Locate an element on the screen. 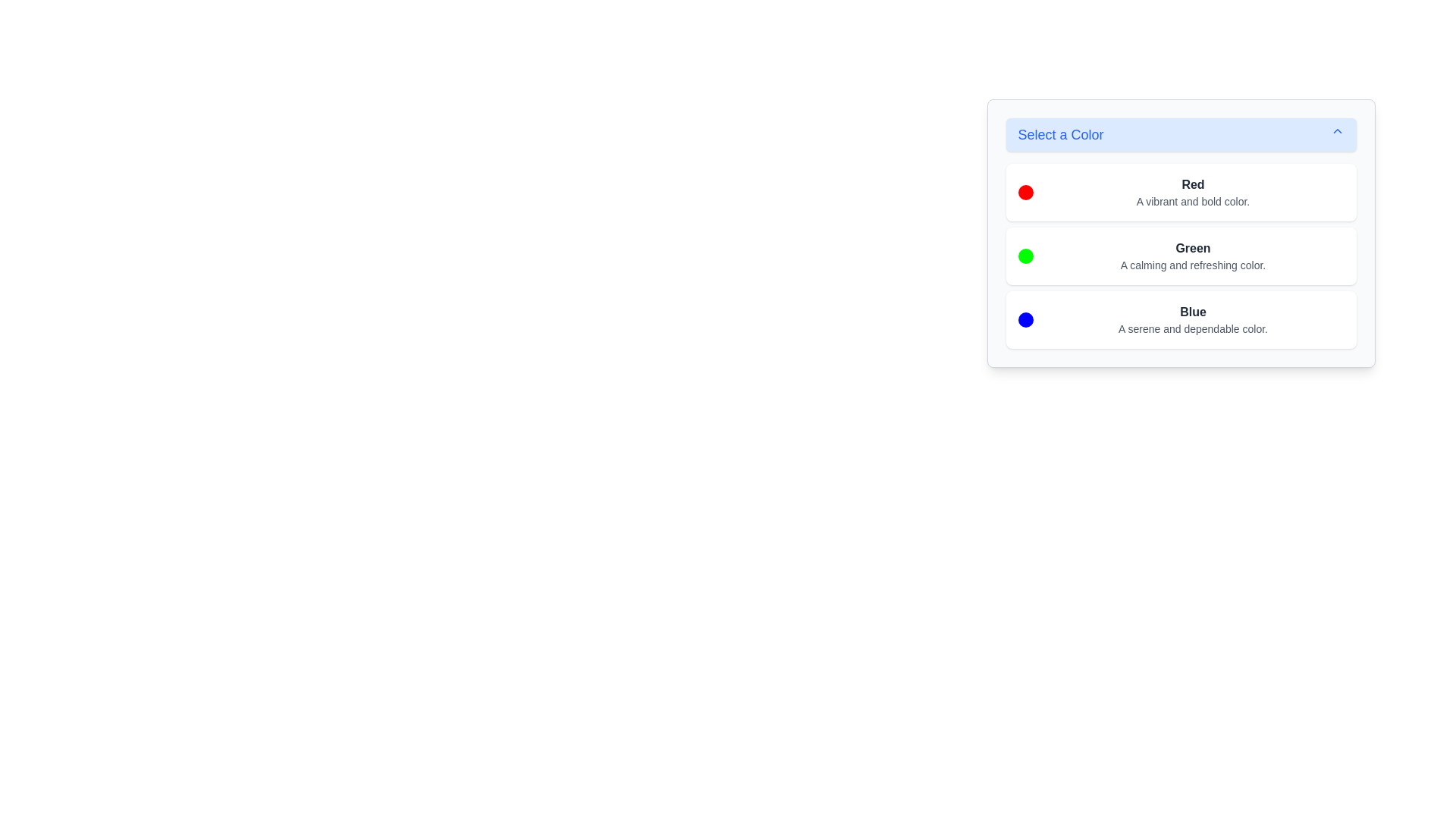  the second selectable list item labeled 'Green' is located at coordinates (1180, 256).